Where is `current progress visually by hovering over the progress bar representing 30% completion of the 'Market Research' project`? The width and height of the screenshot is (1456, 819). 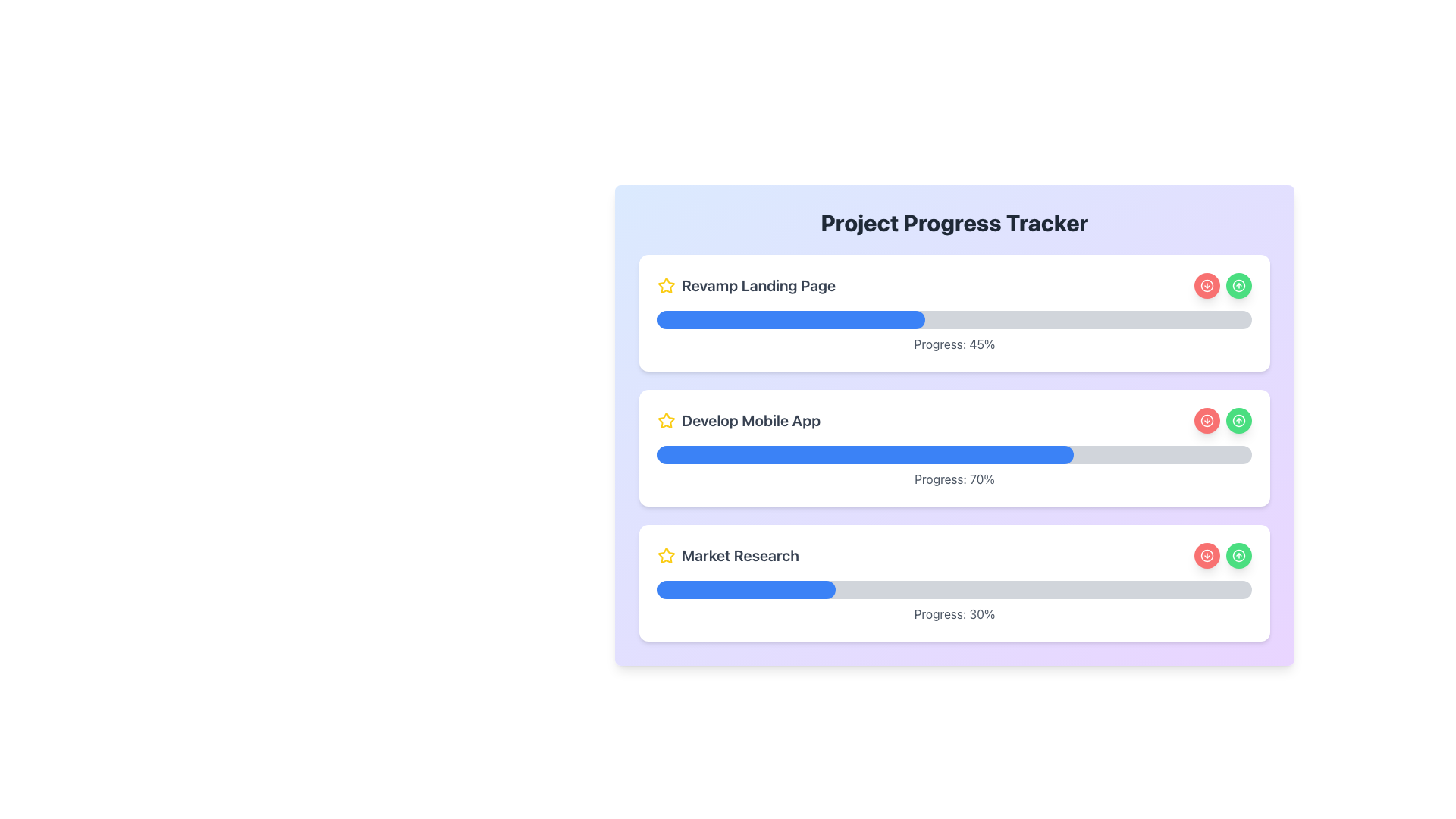
current progress visually by hovering over the progress bar representing 30% completion of the 'Market Research' project is located at coordinates (953, 589).